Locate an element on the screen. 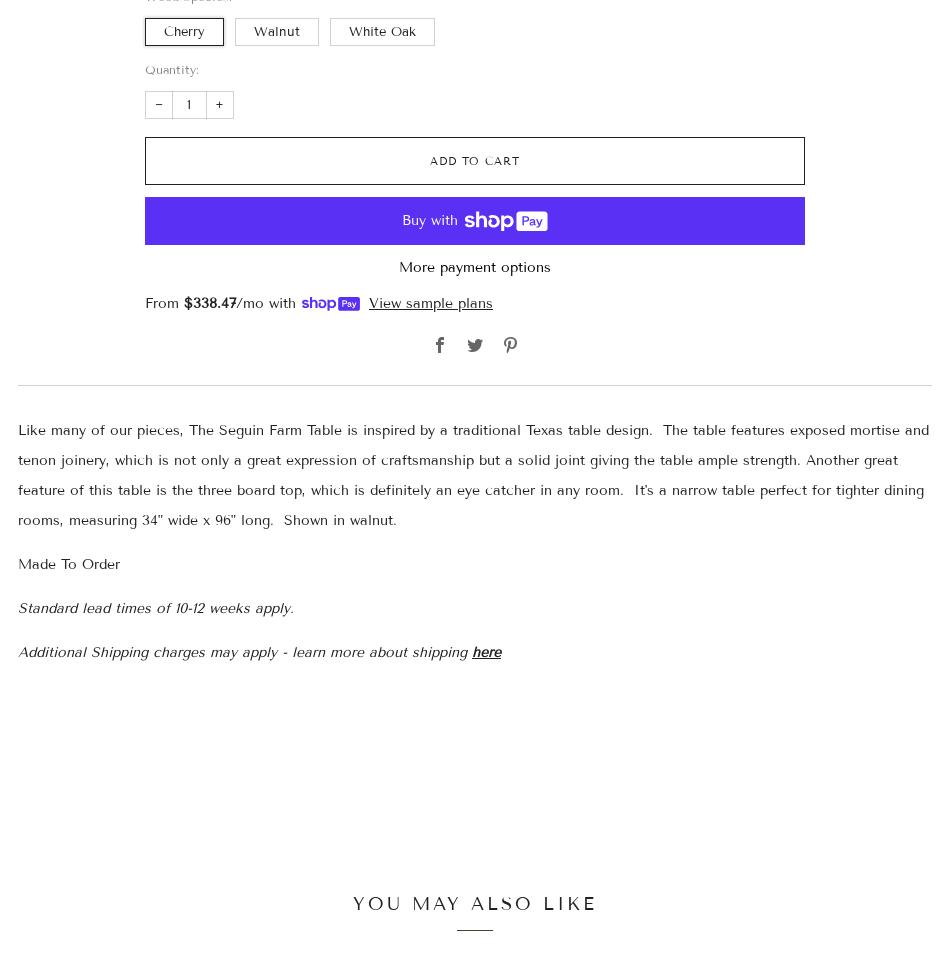  'Made To Order' is located at coordinates (68, 562).